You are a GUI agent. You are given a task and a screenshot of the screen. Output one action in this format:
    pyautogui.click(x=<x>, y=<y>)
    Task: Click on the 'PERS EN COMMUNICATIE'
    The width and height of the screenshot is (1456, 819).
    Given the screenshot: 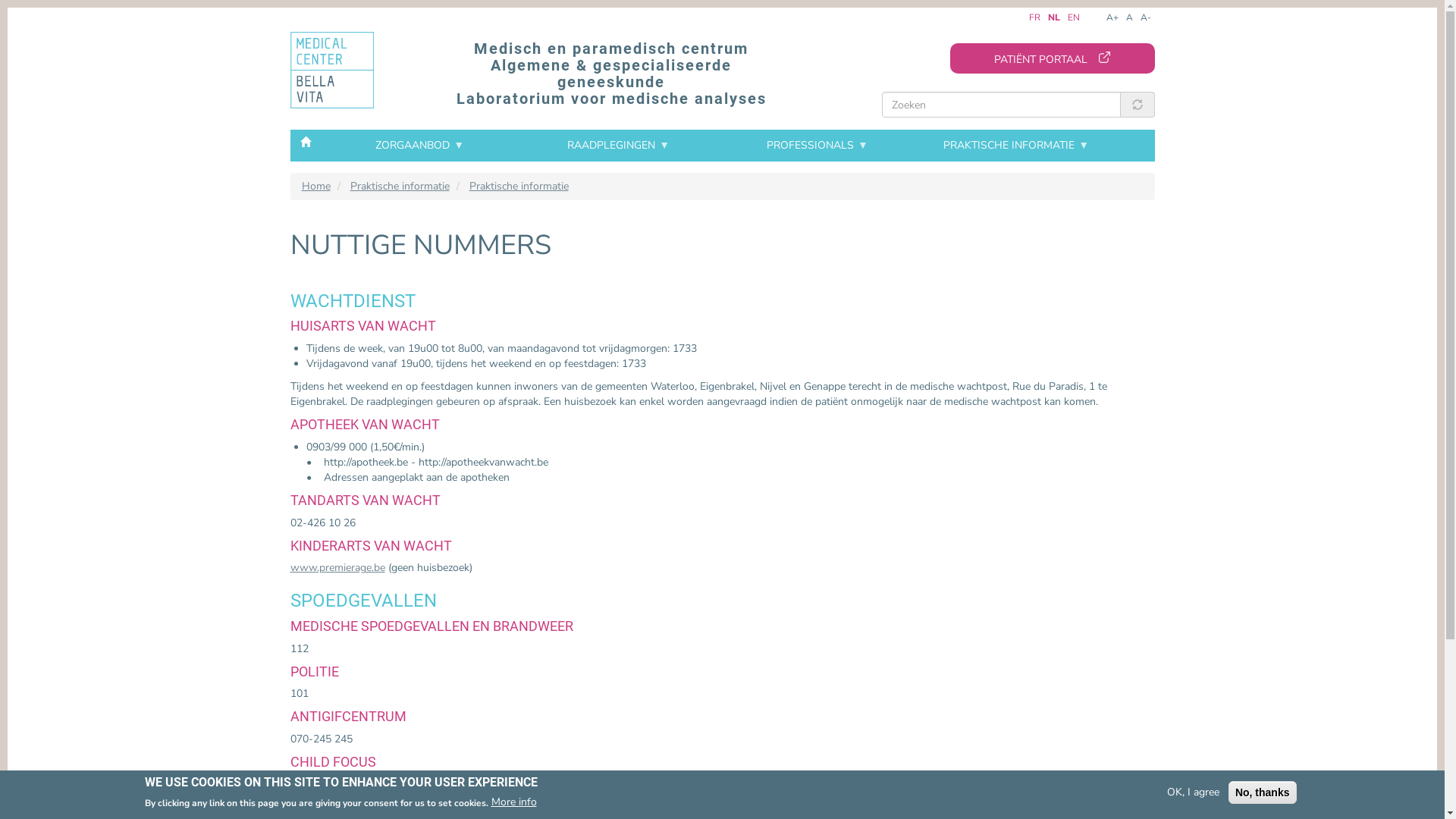 What is the action you would take?
    pyautogui.click(x=387, y=372)
    